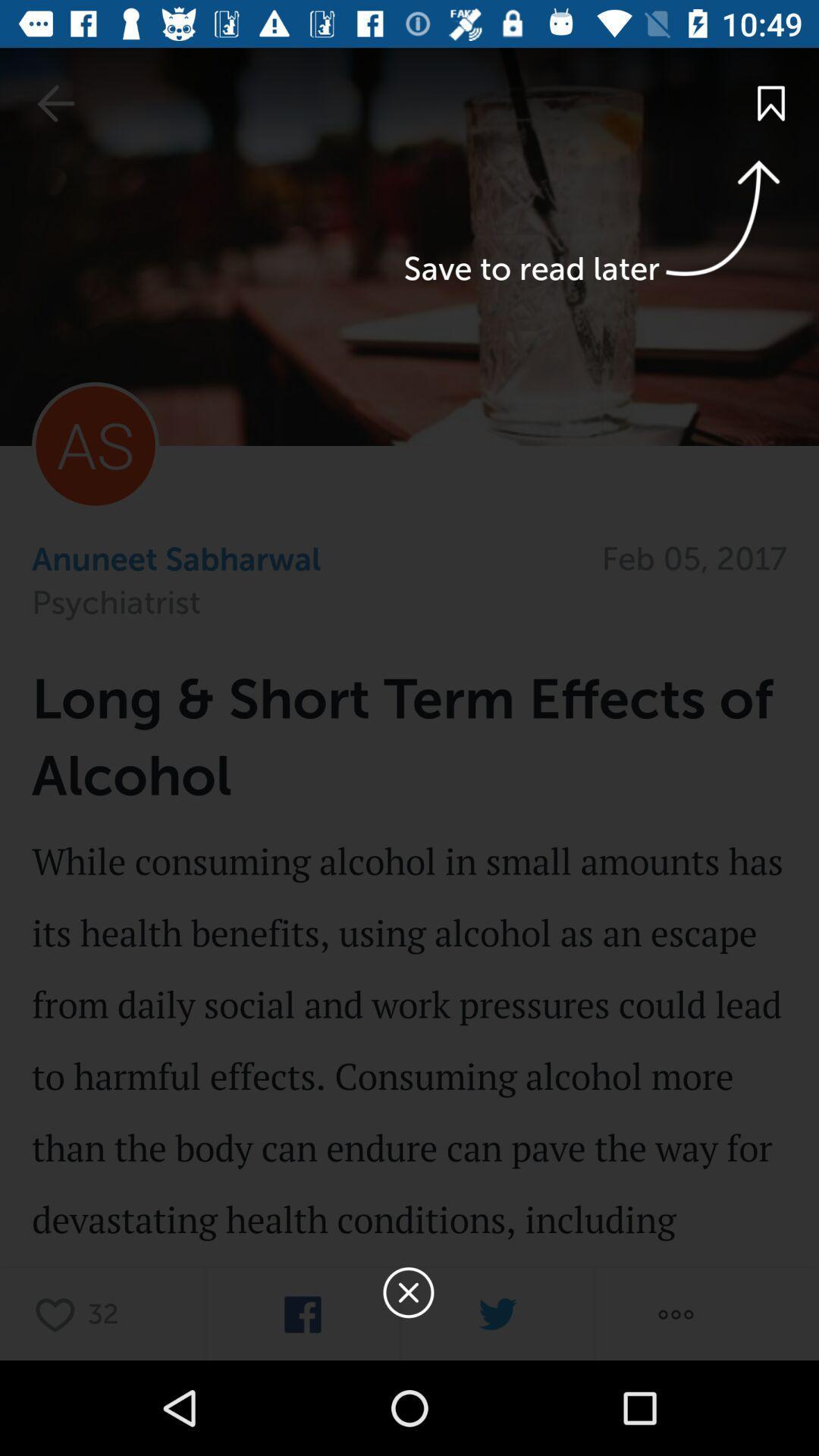 The width and height of the screenshot is (819, 1456). Describe the element at coordinates (58, 1313) in the screenshot. I see `favorites` at that location.